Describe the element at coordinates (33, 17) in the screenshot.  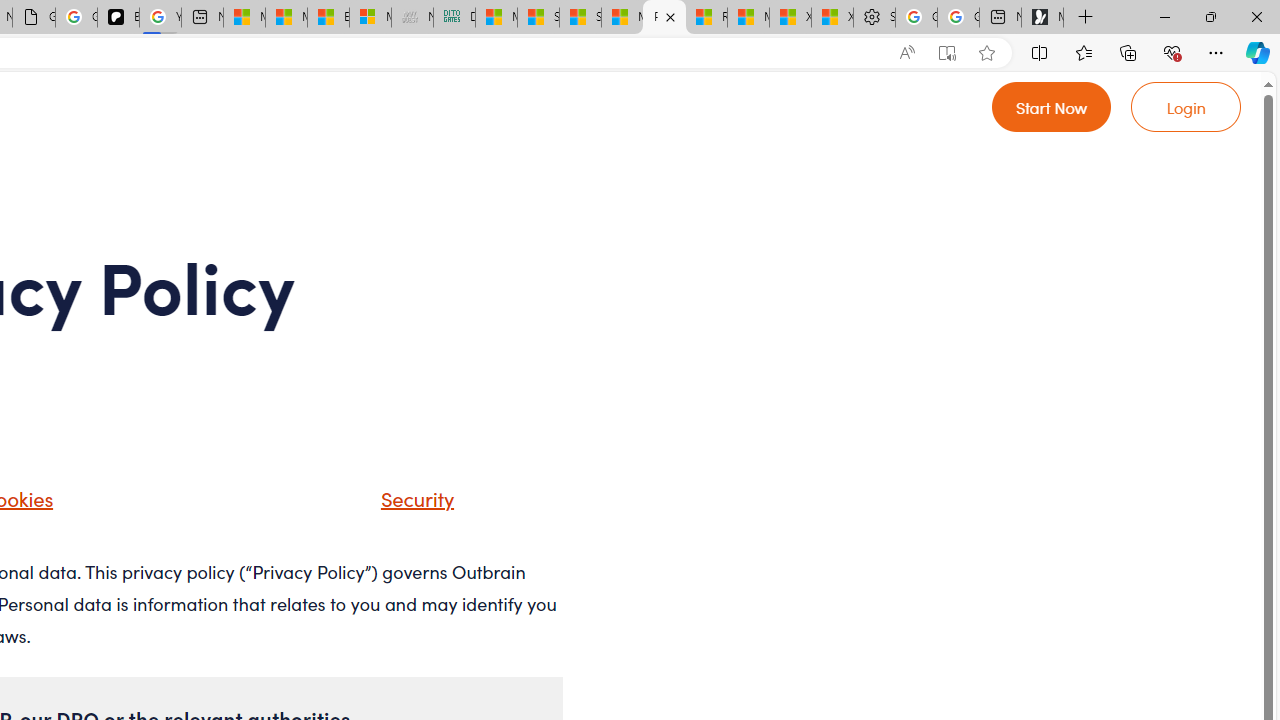
I see `'Google Analytics Opt-out Browser Add-on Download Page'` at that location.